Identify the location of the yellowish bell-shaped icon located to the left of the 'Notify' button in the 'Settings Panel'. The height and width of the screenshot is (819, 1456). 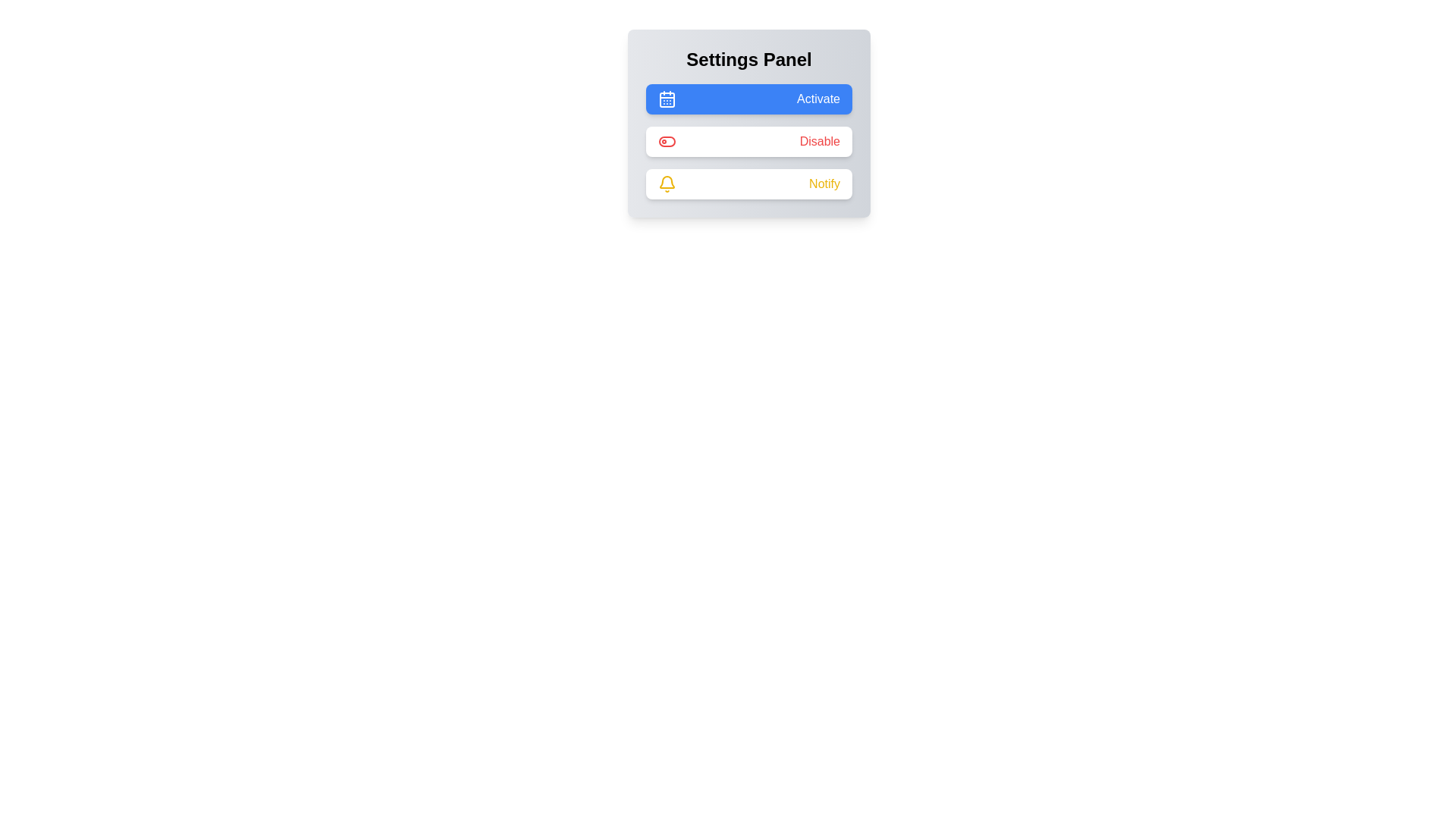
(667, 184).